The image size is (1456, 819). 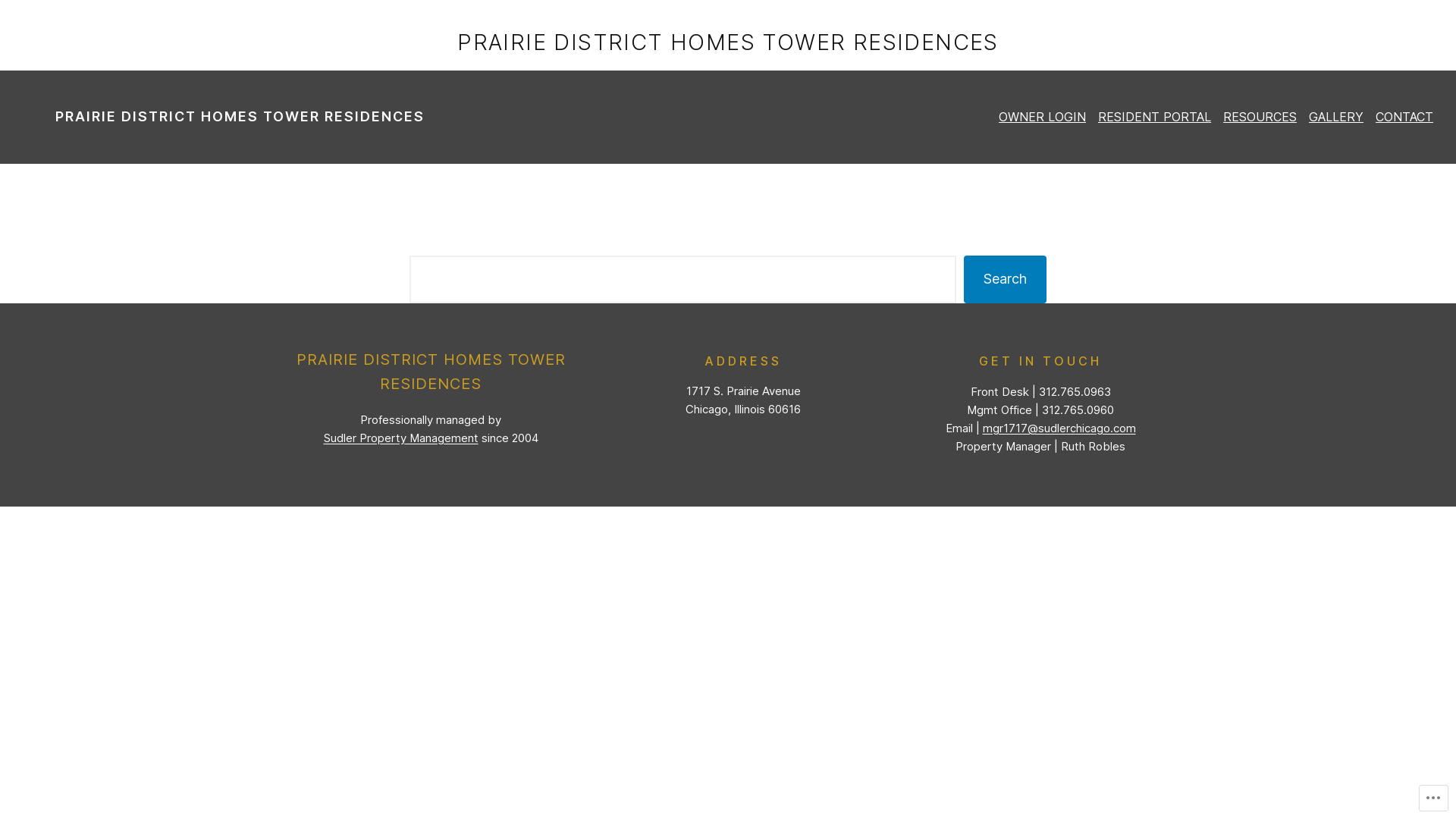 I want to click on 'mgr1717@sudlerchicago.com', so click(x=983, y=428).